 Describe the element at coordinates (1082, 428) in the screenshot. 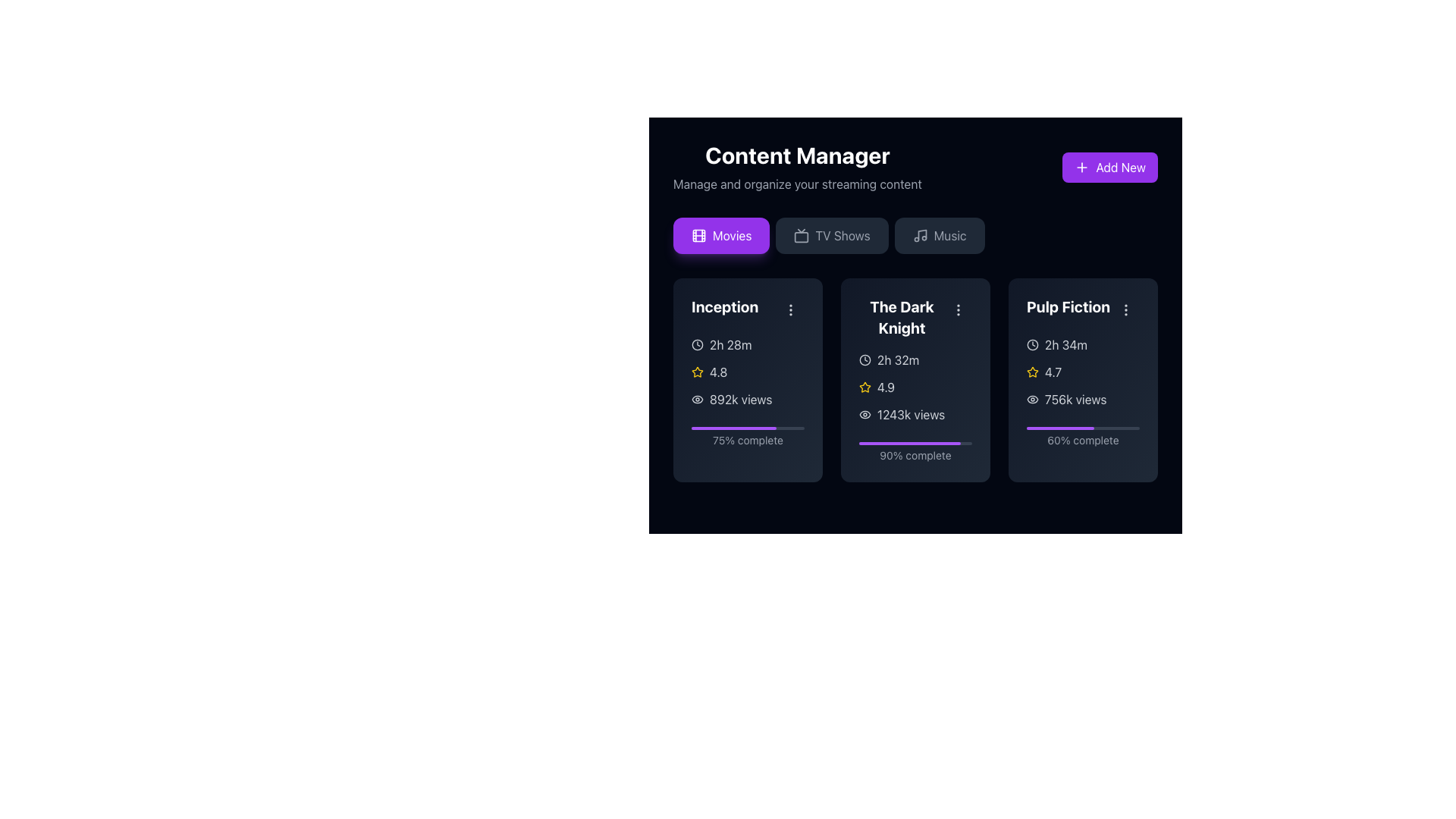

I see `the progress bar for 'Pulp Fiction,' which is a horizontal bar with a gray background and rounded edges, indicating progress with a purple section, located just above the text '60% complete.'` at that location.